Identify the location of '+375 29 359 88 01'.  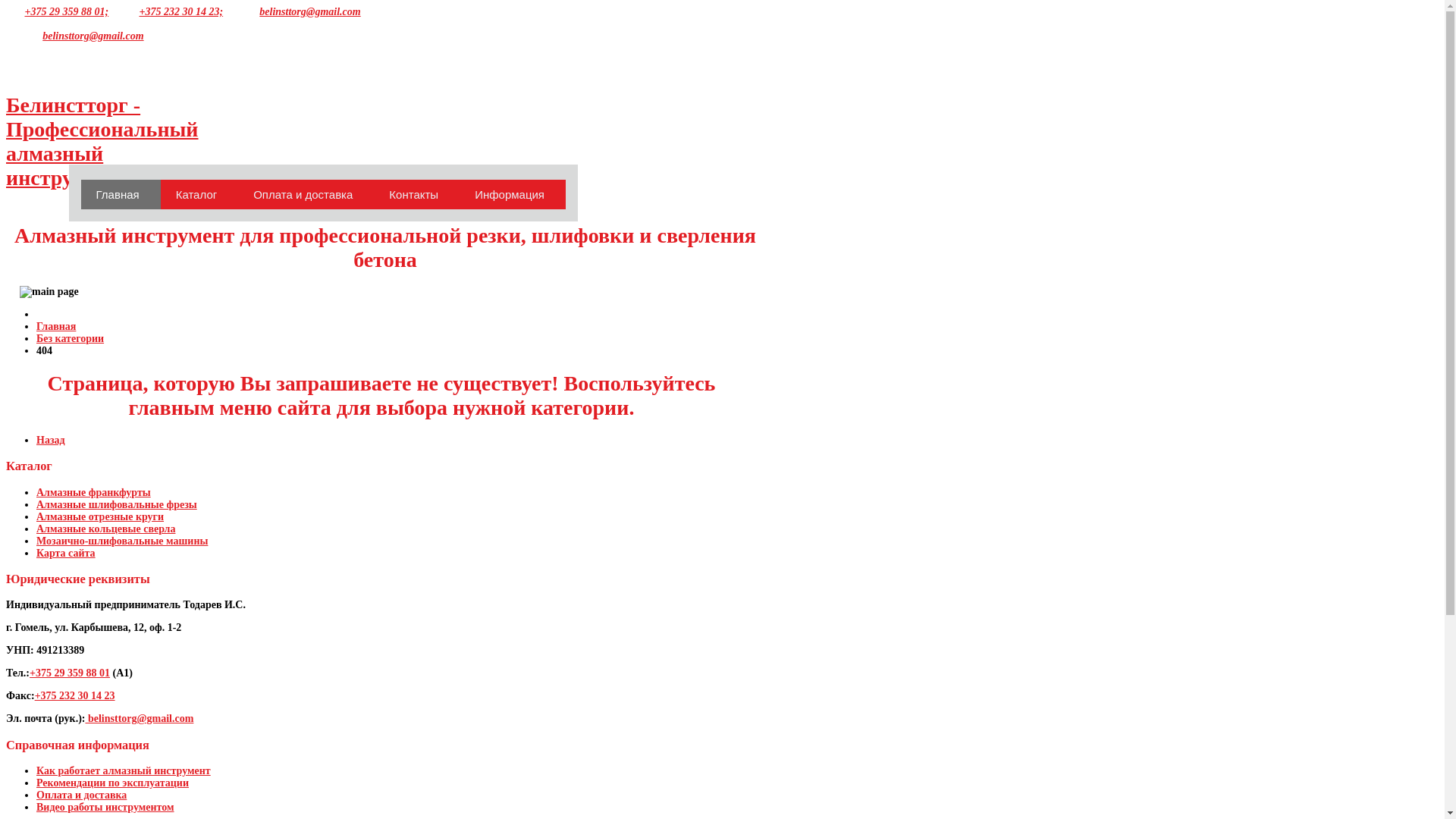
(29, 672).